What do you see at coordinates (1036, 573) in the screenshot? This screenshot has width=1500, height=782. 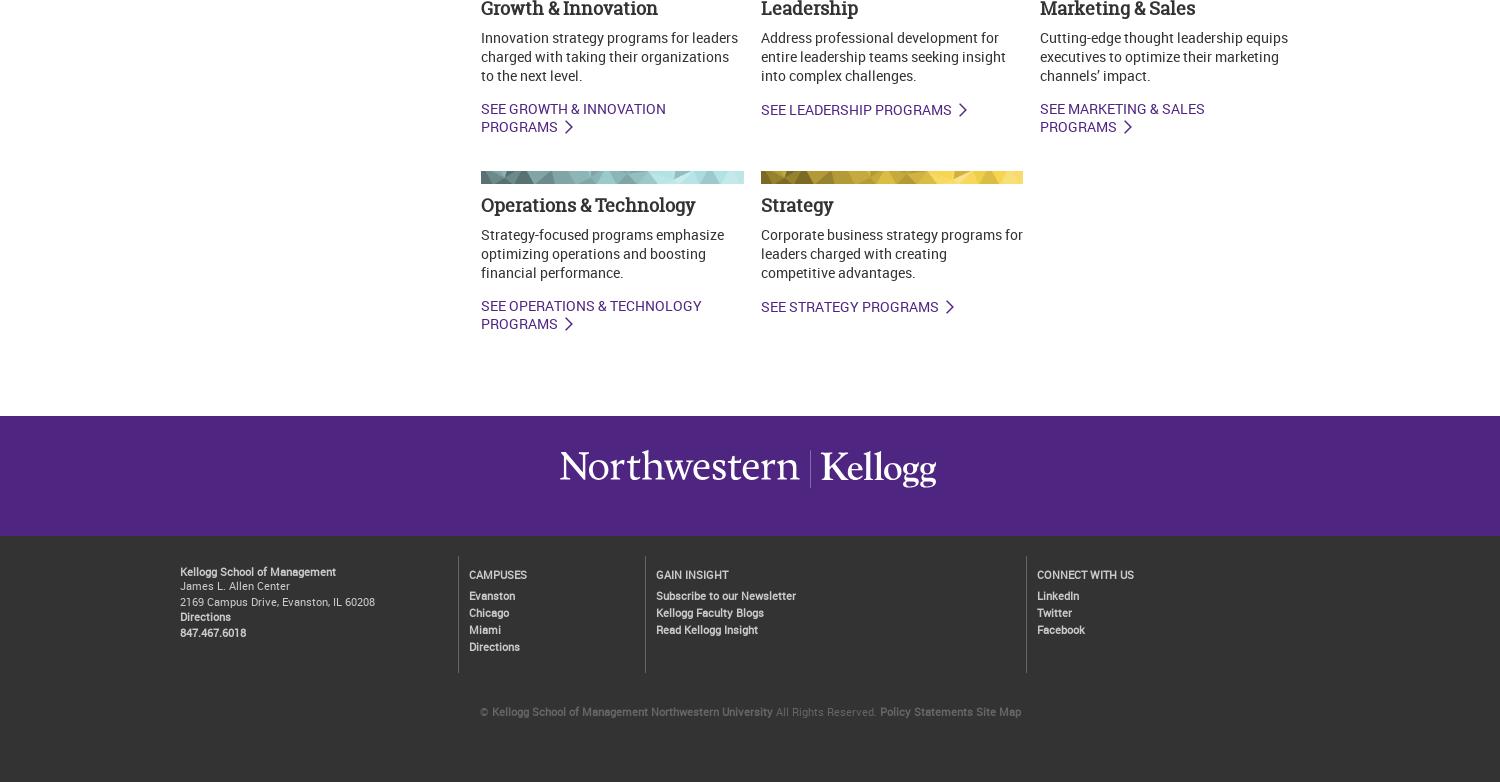 I see `'Connect with Us'` at bounding box center [1036, 573].